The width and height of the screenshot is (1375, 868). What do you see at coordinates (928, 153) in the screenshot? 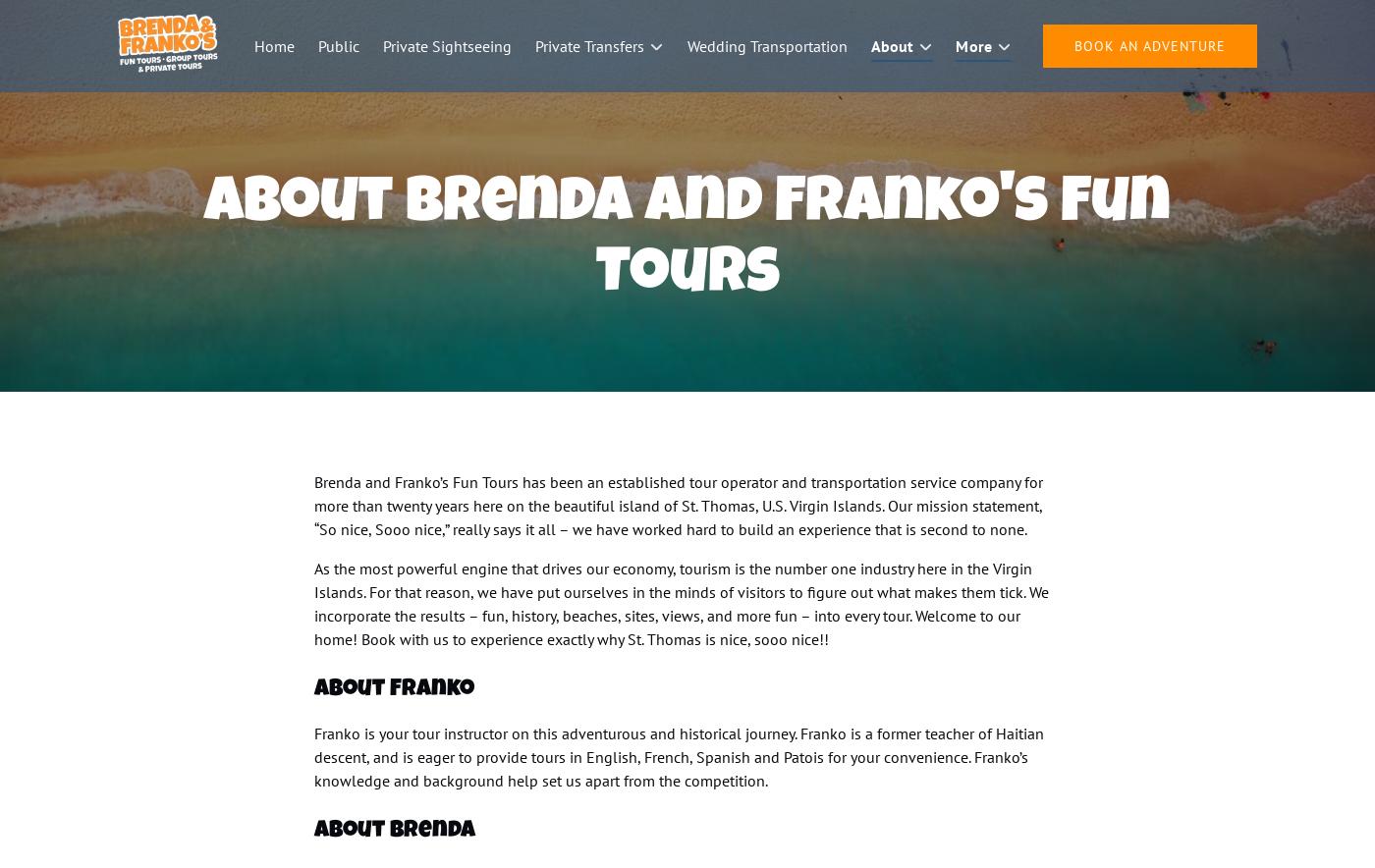
I see `'Tour Highlights'` at bounding box center [928, 153].